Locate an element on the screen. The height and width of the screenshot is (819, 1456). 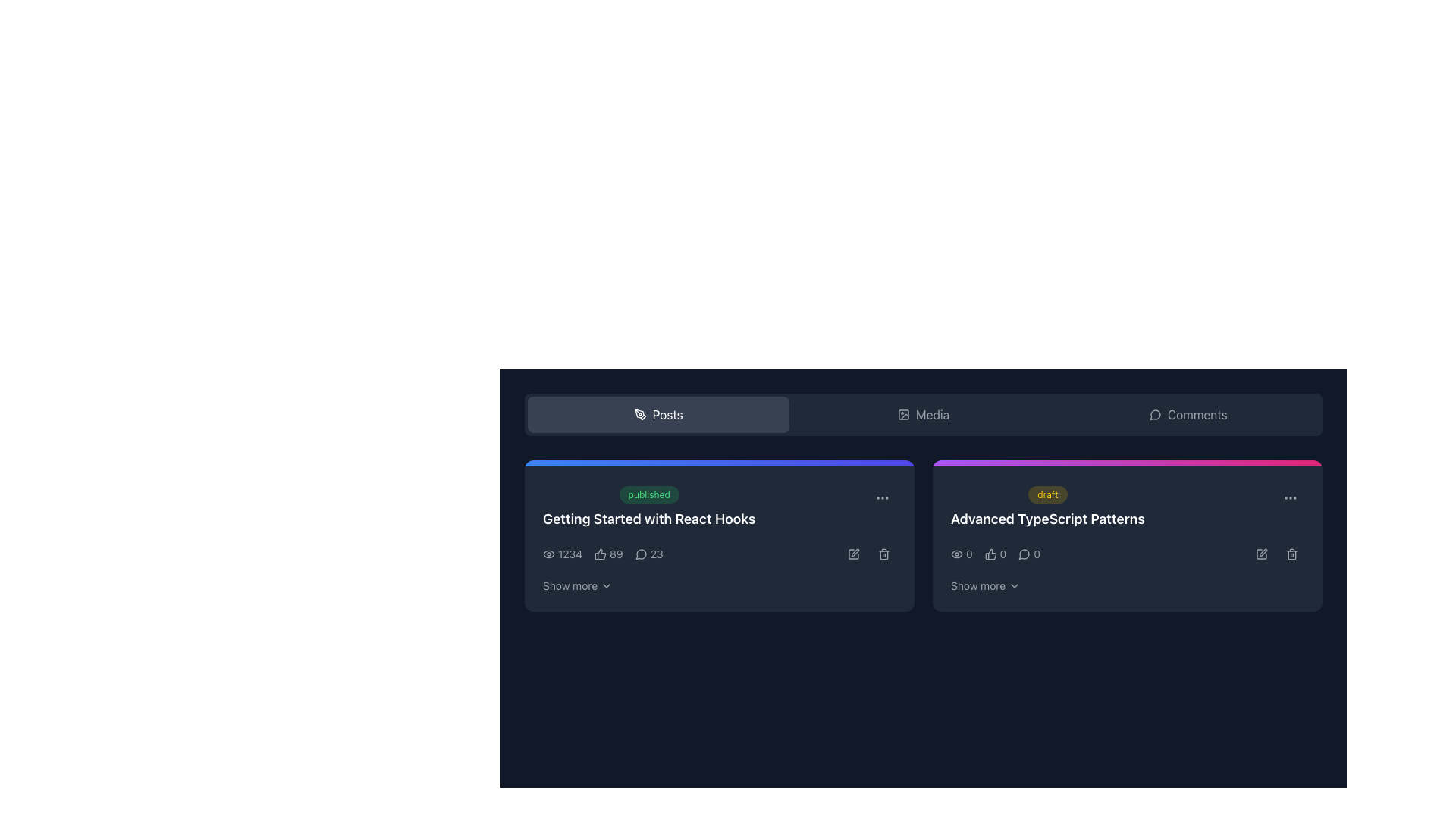
the progress bar styled with a gradient color transitioning from blue to indigo, which is positioned at the top of the card layout above the 'Getting Started with React Hooks' text is located at coordinates (719, 462).